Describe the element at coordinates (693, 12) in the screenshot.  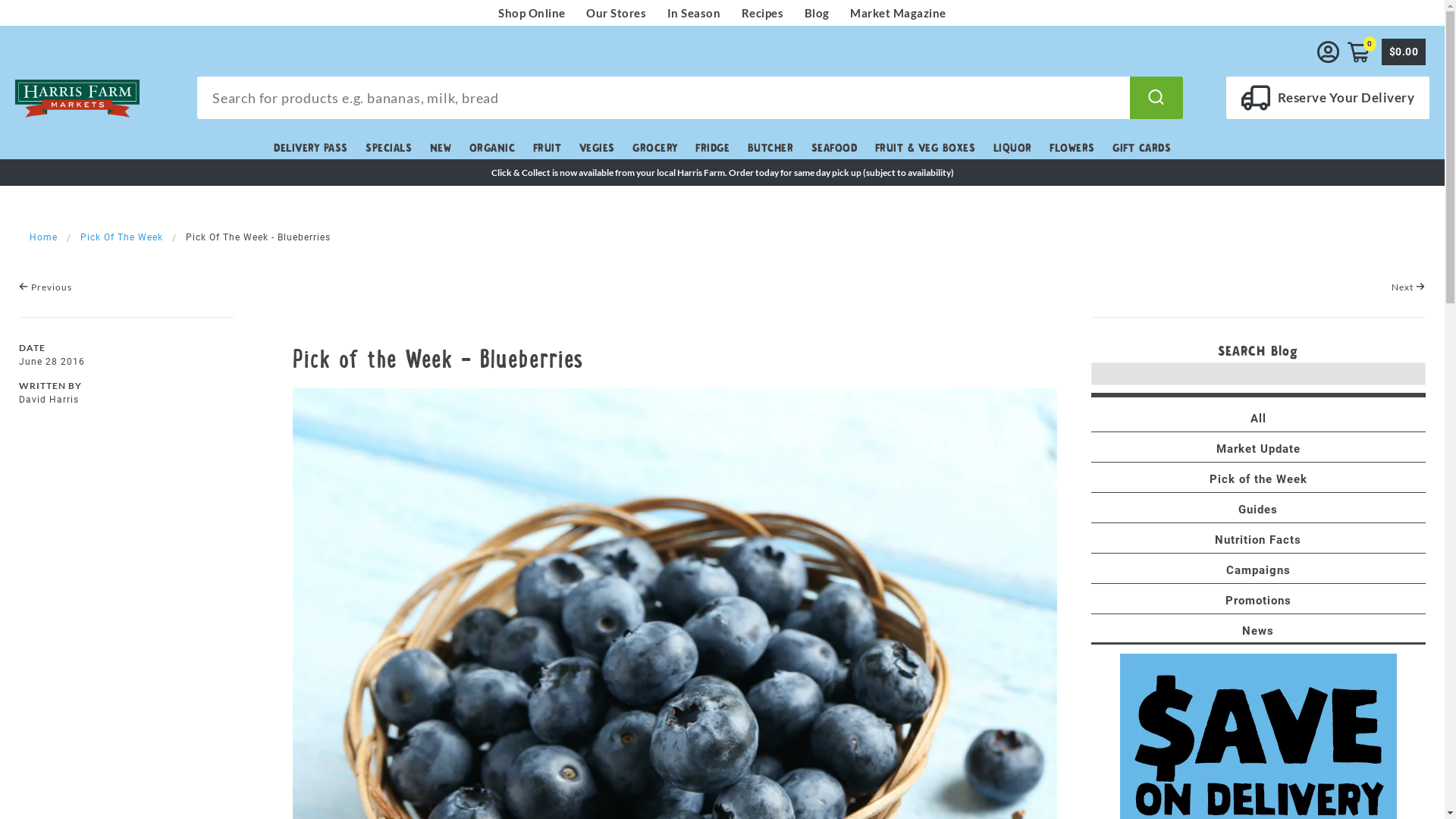
I see `'In Season'` at that location.